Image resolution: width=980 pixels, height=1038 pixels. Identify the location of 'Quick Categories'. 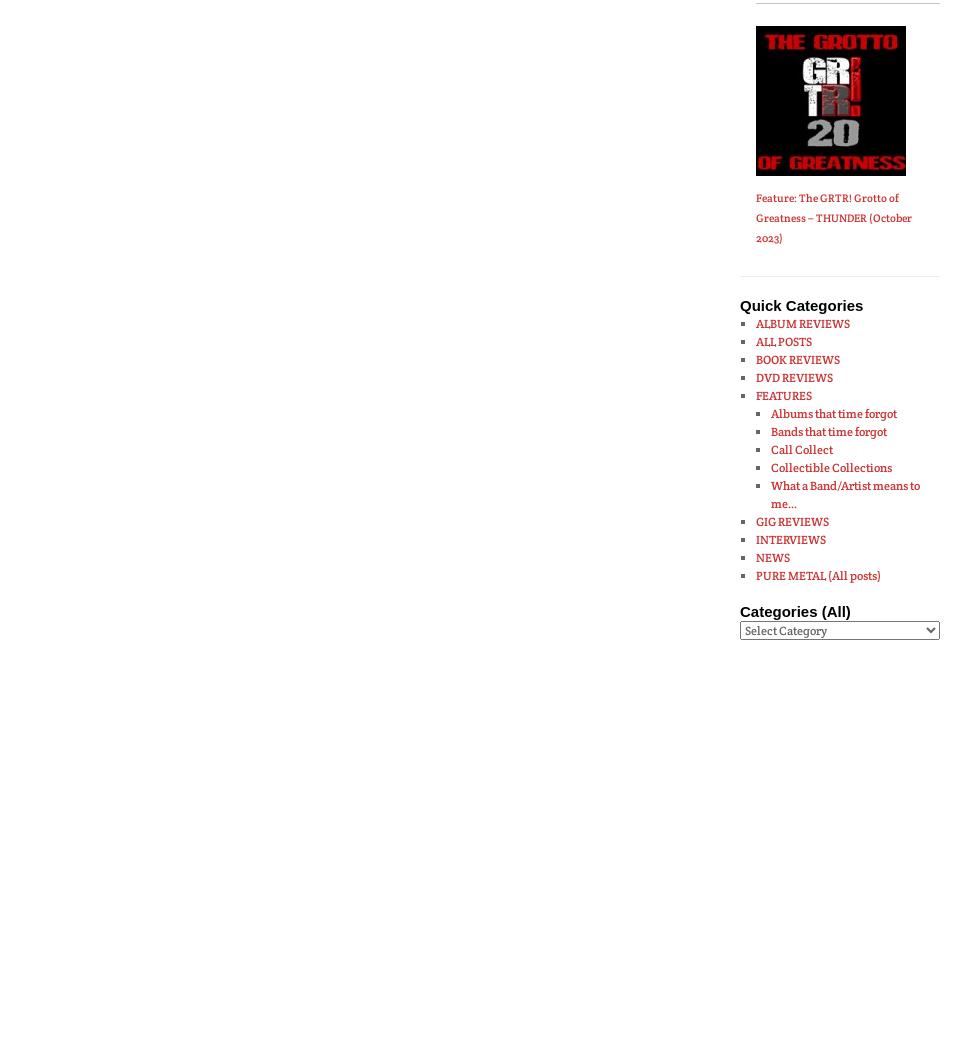
(739, 304).